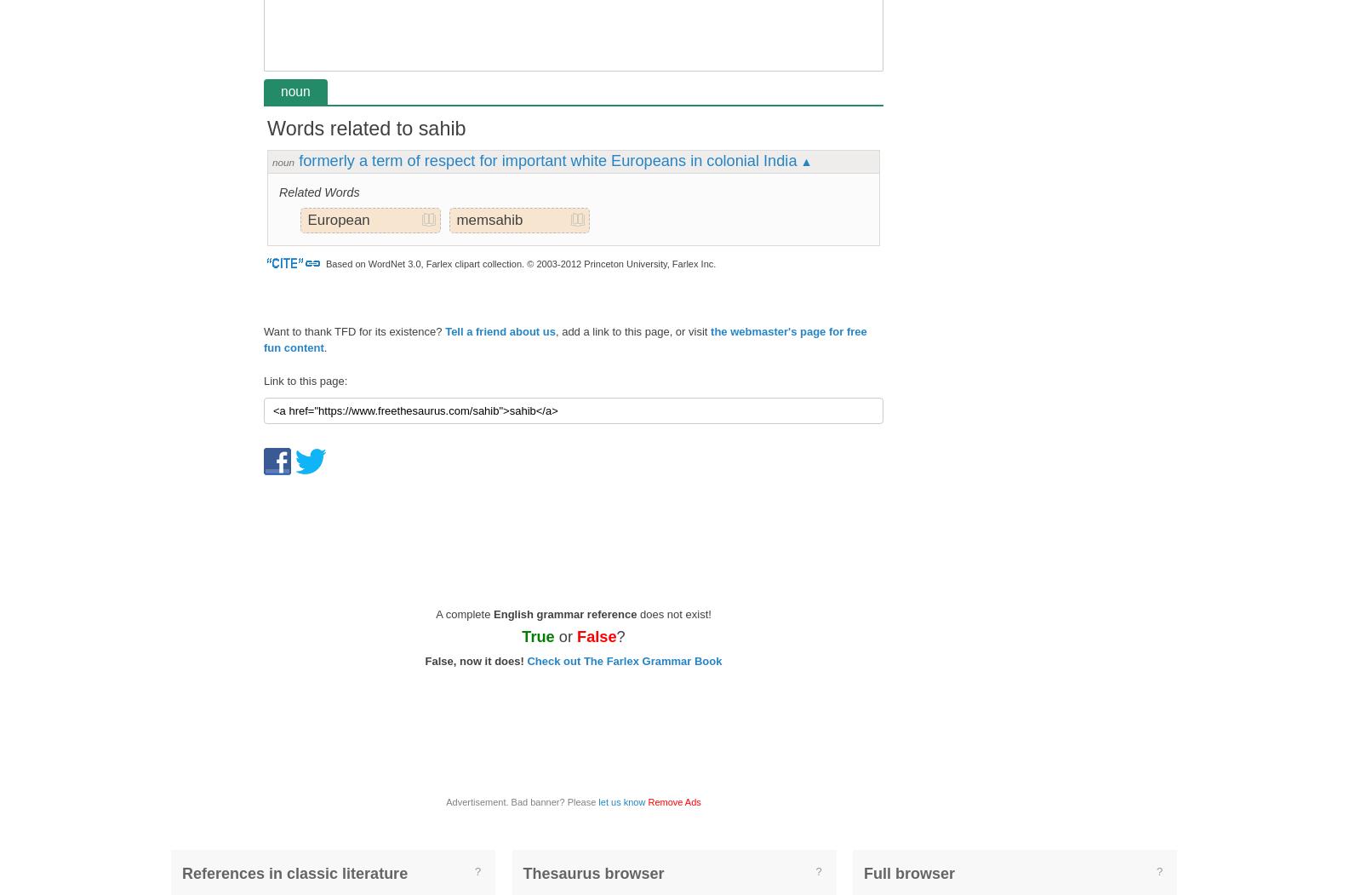  Describe the element at coordinates (454, 219) in the screenshot. I see `'memsahib'` at that location.